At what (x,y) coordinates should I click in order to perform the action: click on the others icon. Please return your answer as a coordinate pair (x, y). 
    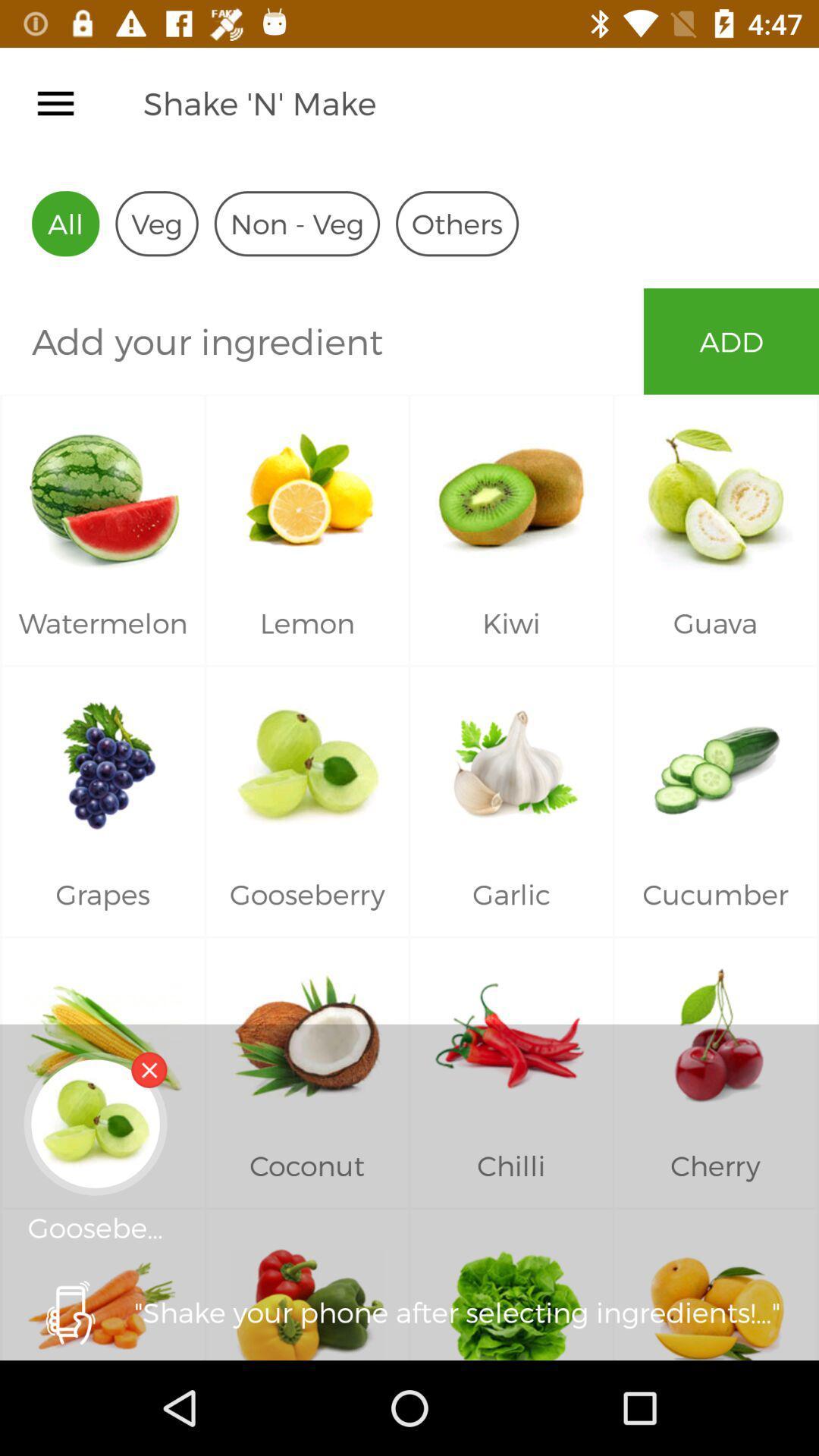
    Looking at the image, I should click on (456, 223).